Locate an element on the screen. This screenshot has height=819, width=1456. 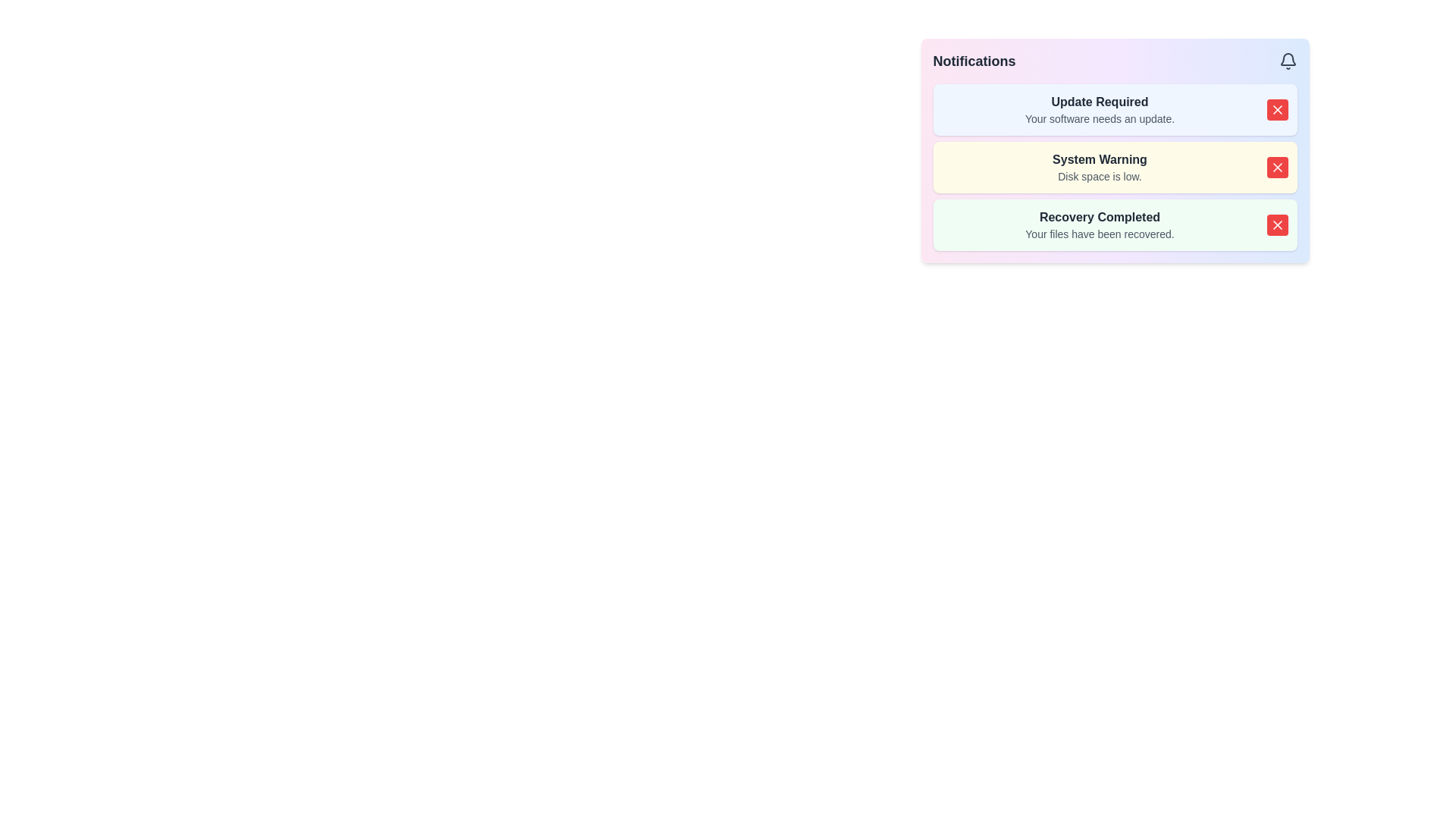
the warning notification box about low disk space to potentially reveal more options is located at coordinates (1115, 167).